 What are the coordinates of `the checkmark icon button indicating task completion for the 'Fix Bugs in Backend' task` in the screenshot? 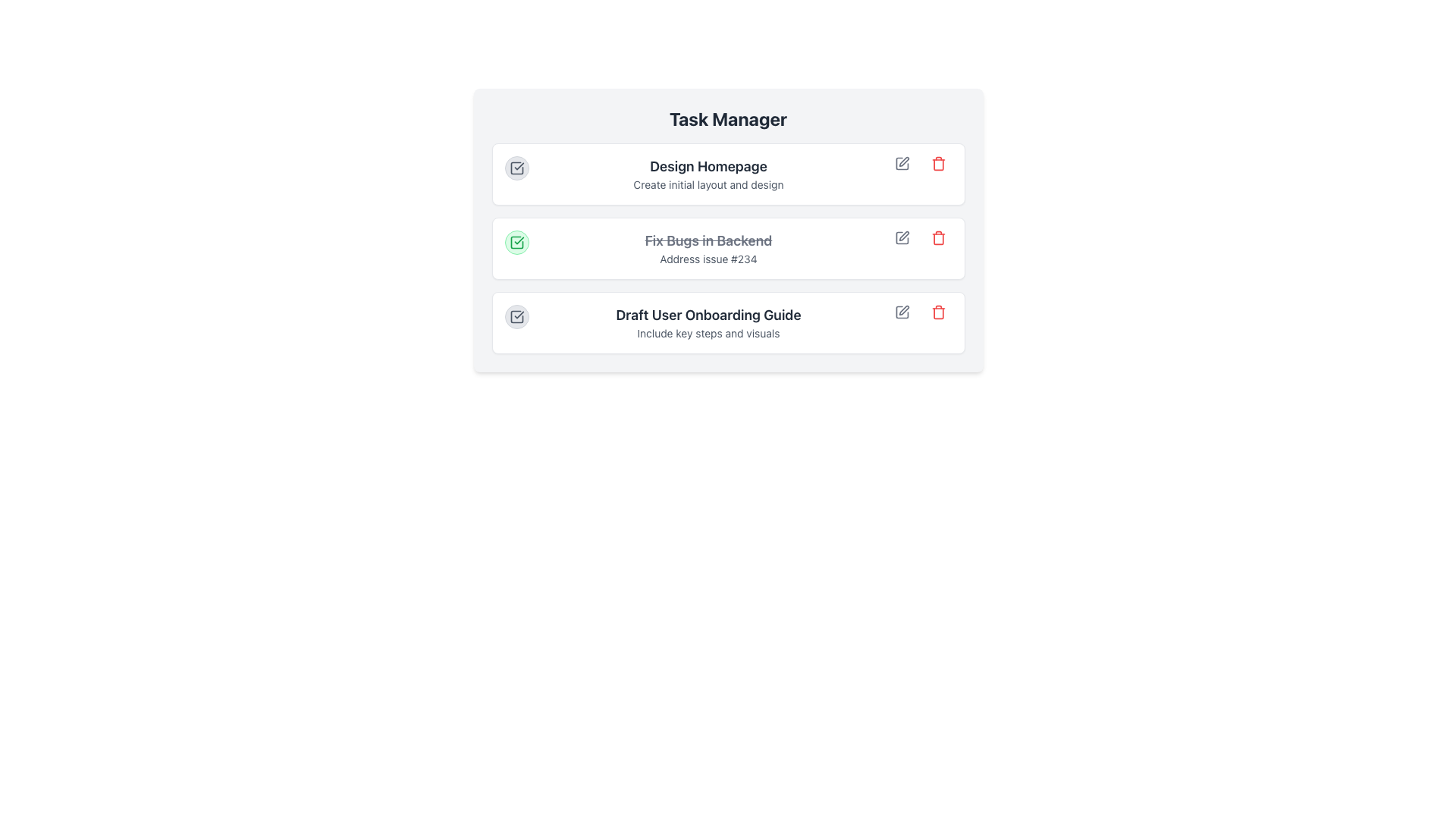 It's located at (516, 242).